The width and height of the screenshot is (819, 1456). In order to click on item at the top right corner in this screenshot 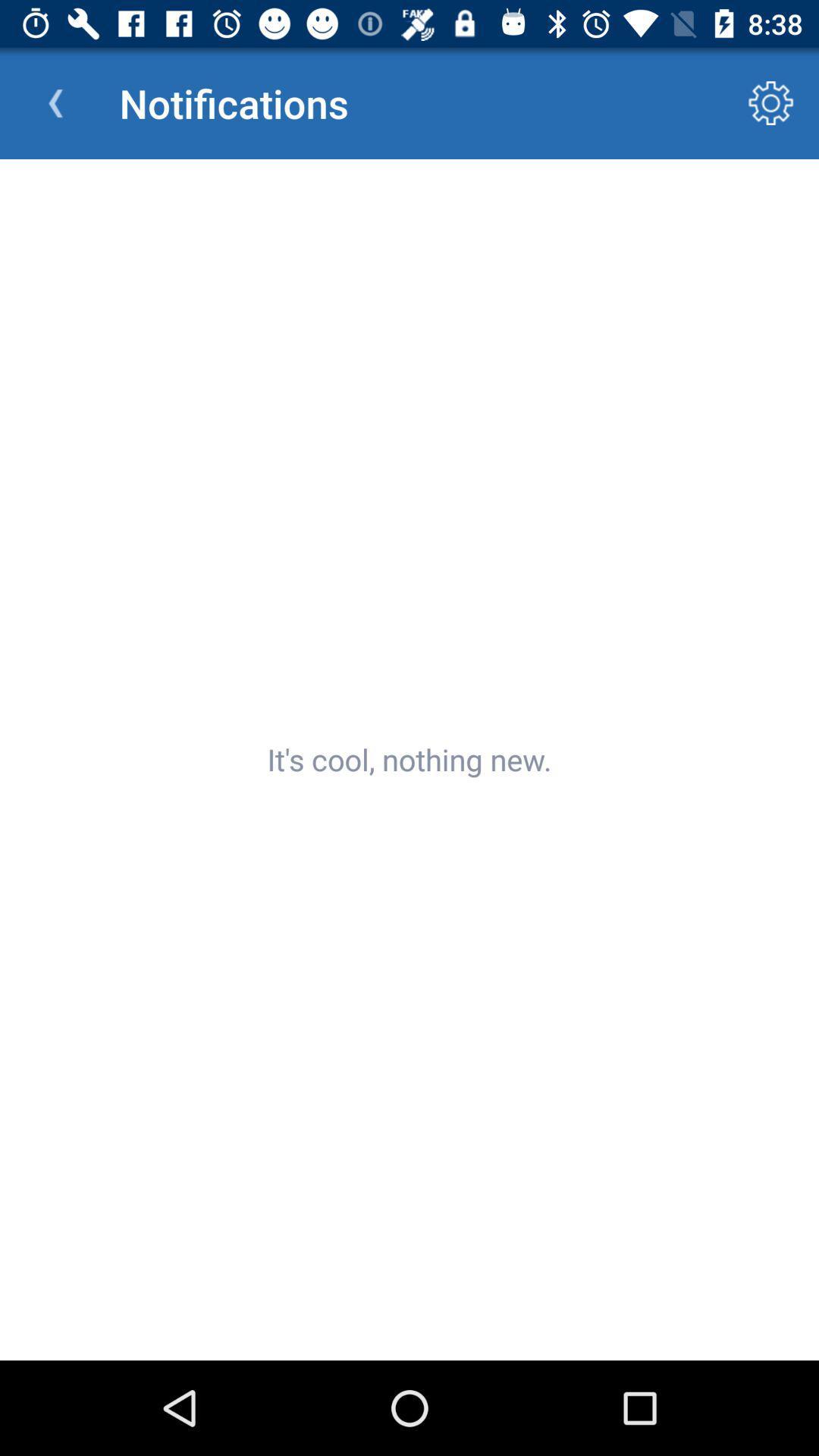, I will do `click(771, 102)`.